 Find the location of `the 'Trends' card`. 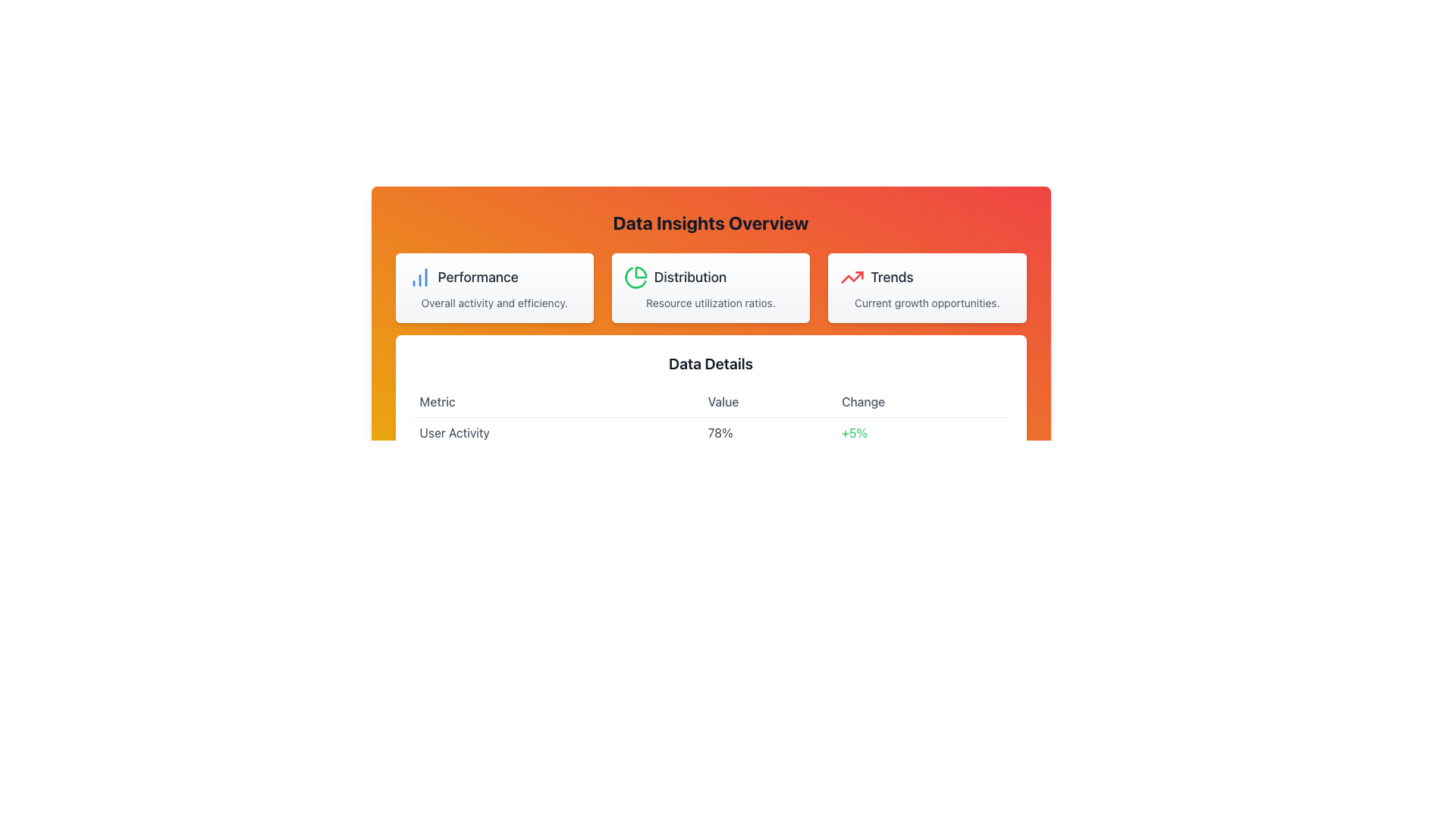

the 'Trends' card is located at coordinates (926, 288).